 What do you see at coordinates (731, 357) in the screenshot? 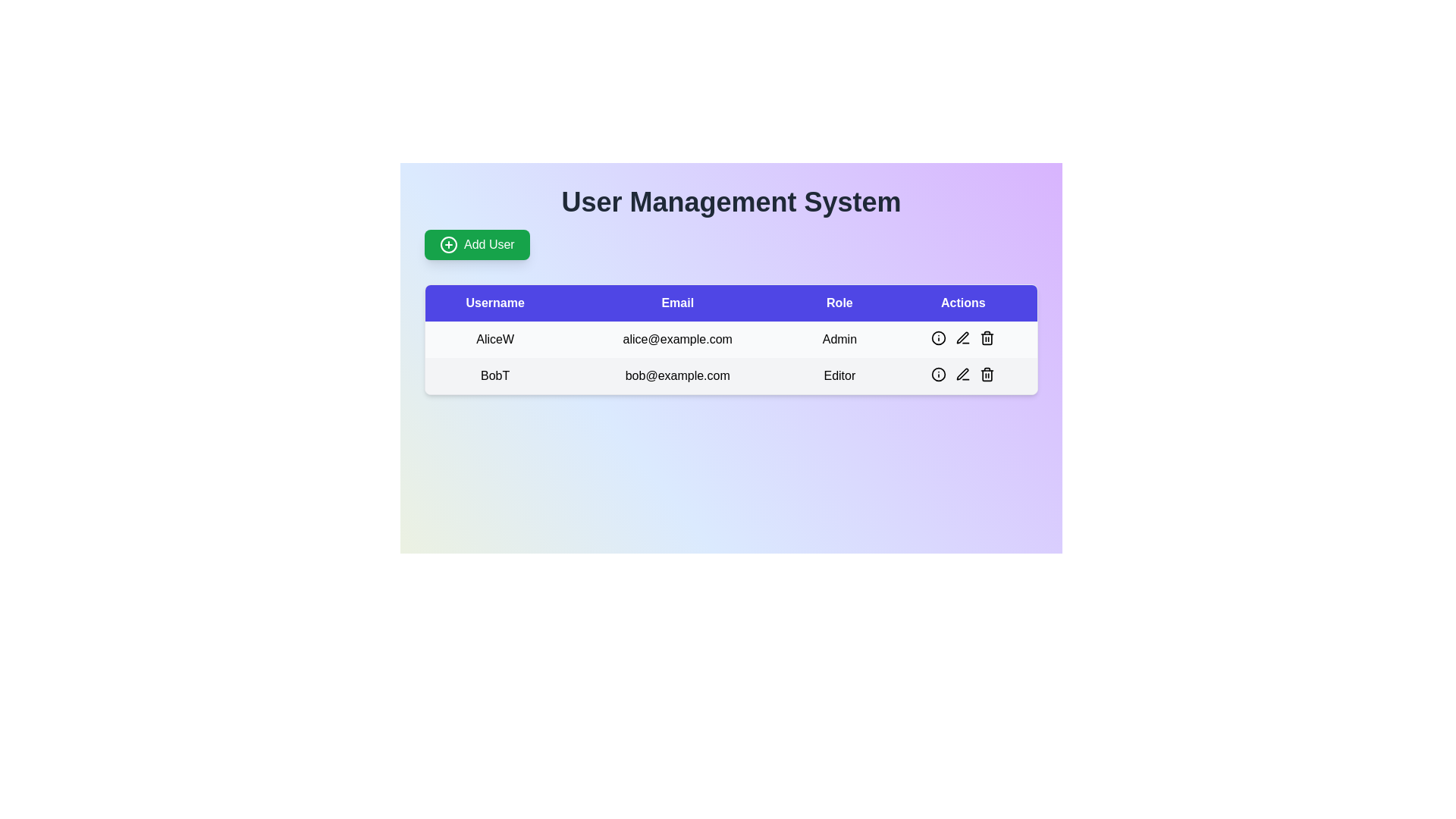
I see `the email field in the first row of user information in the 'User Management System' interface` at bounding box center [731, 357].